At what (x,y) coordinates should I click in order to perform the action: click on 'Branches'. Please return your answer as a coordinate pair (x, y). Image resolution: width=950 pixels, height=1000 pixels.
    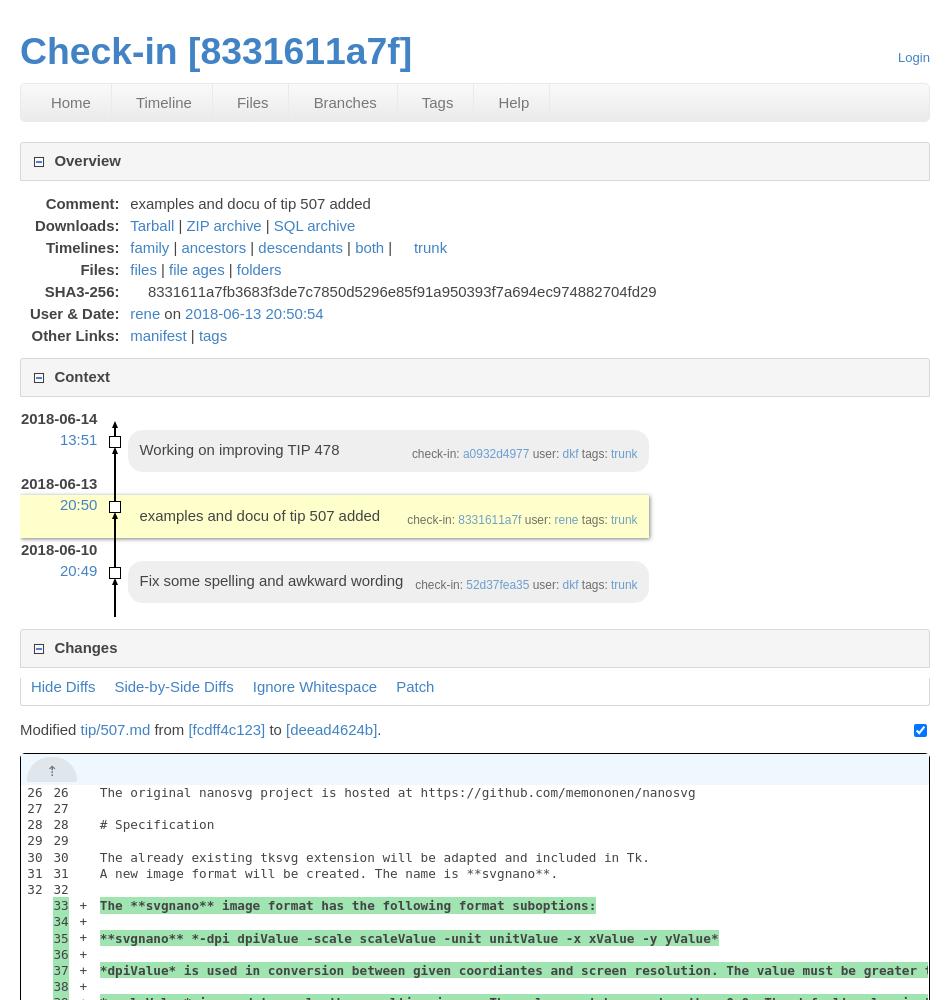
    Looking at the image, I should click on (343, 101).